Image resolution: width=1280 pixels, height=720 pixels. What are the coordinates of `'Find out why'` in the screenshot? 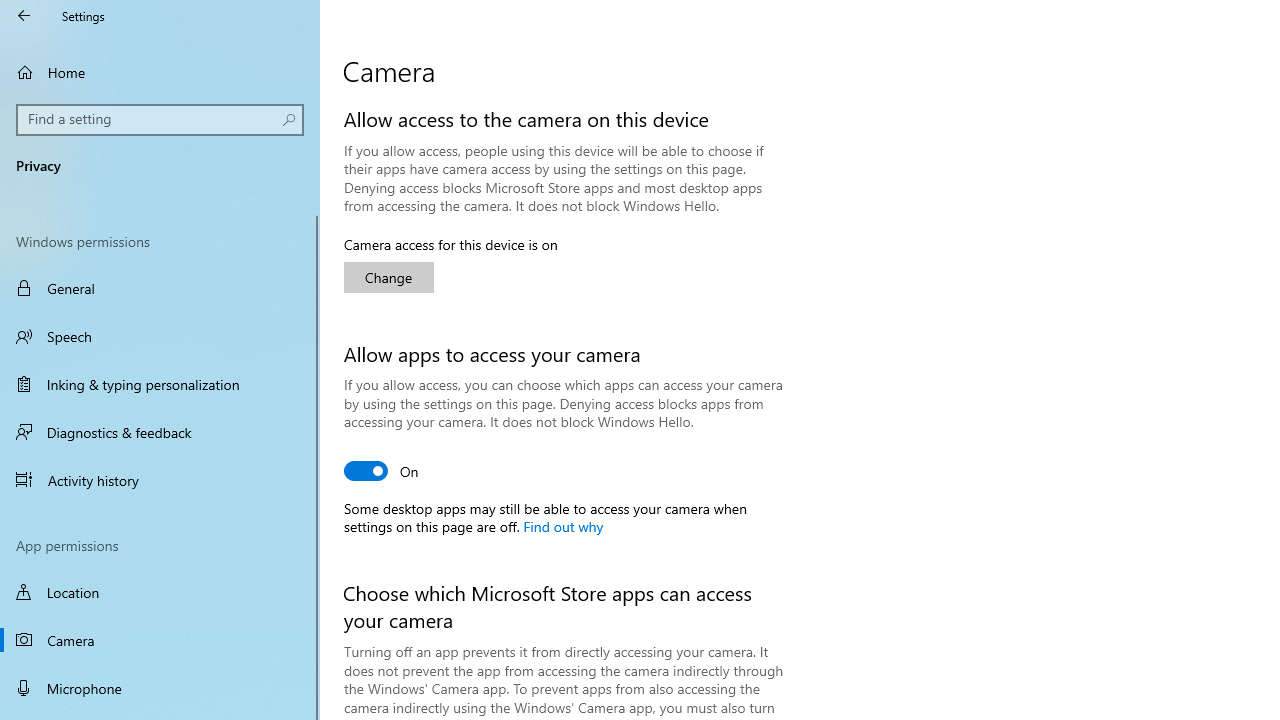 It's located at (561, 524).